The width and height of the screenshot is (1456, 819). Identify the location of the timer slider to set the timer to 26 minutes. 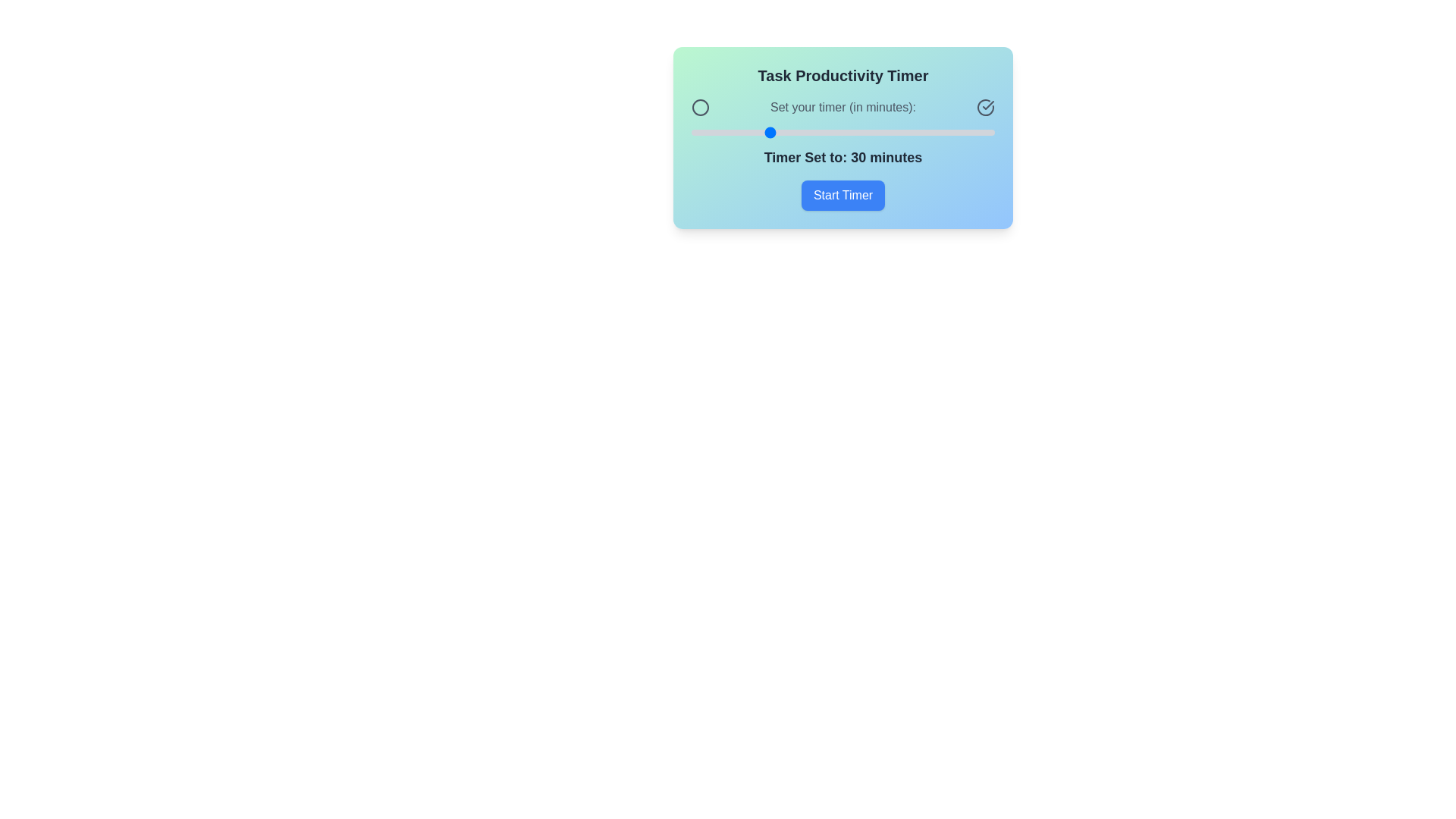
(752, 131).